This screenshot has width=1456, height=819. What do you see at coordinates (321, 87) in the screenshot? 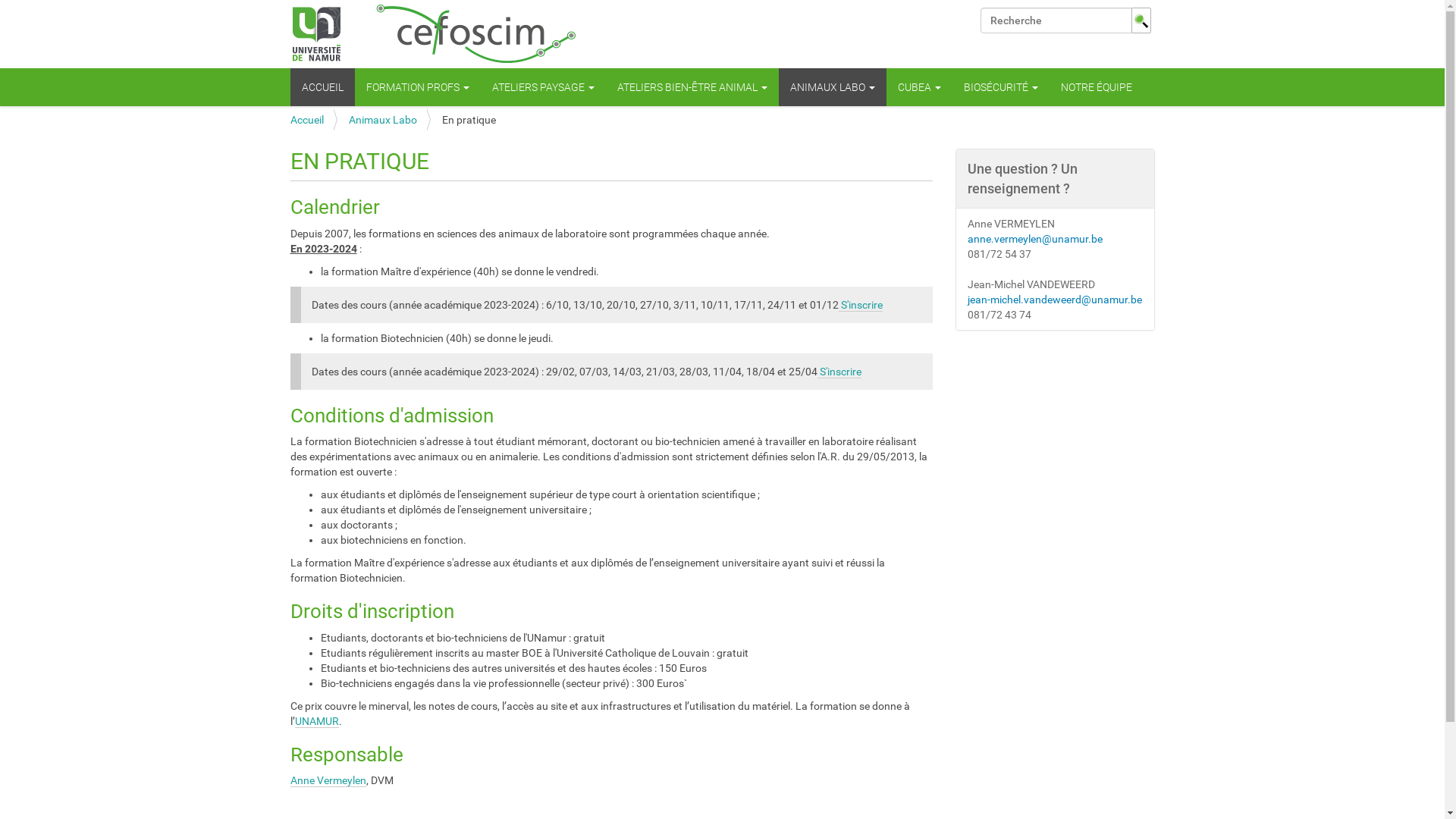
I see `'ACCUEIL'` at bounding box center [321, 87].